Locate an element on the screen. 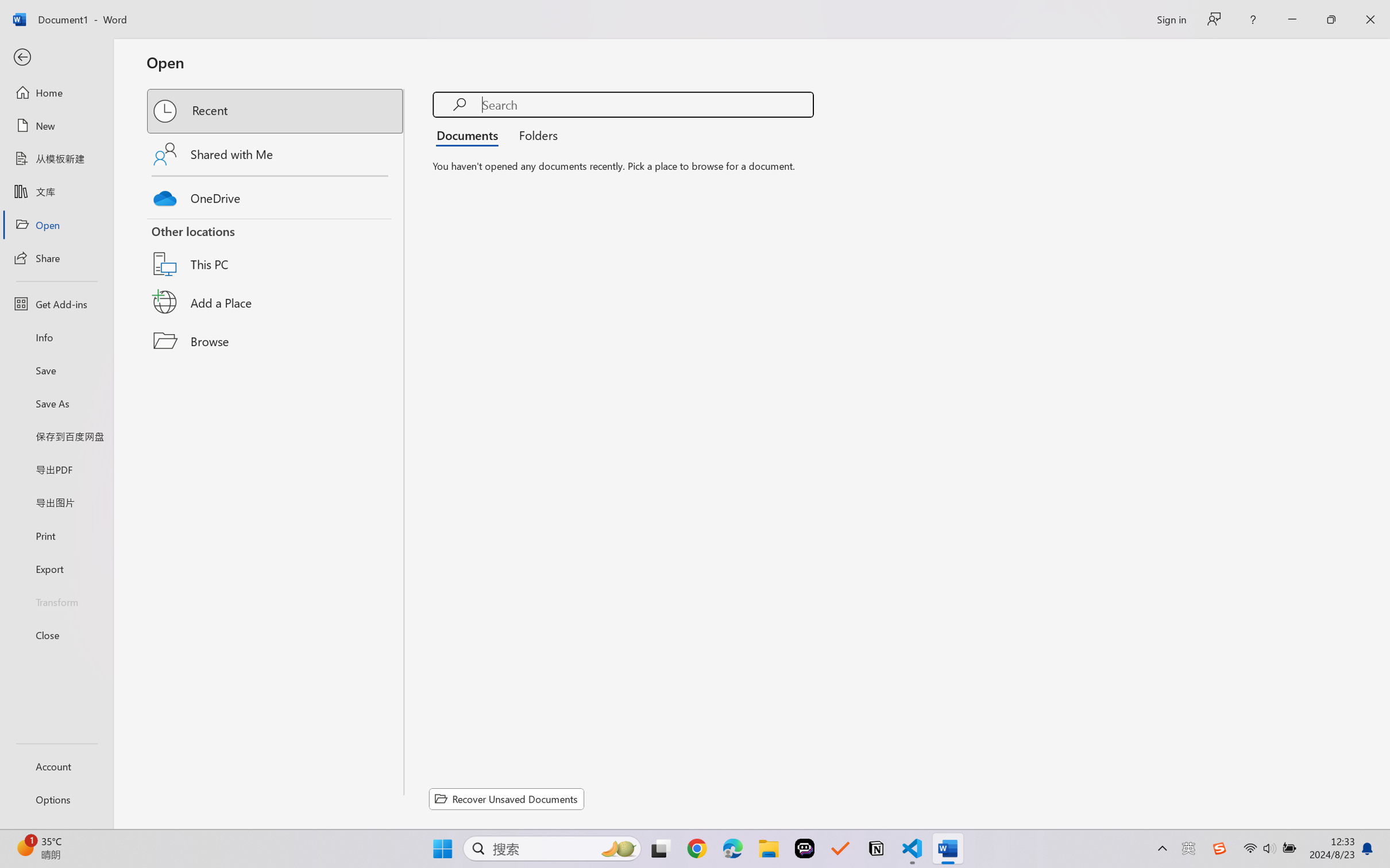 This screenshot has width=1390, height=868. 'Transform' is located at coordinates (56, 600).